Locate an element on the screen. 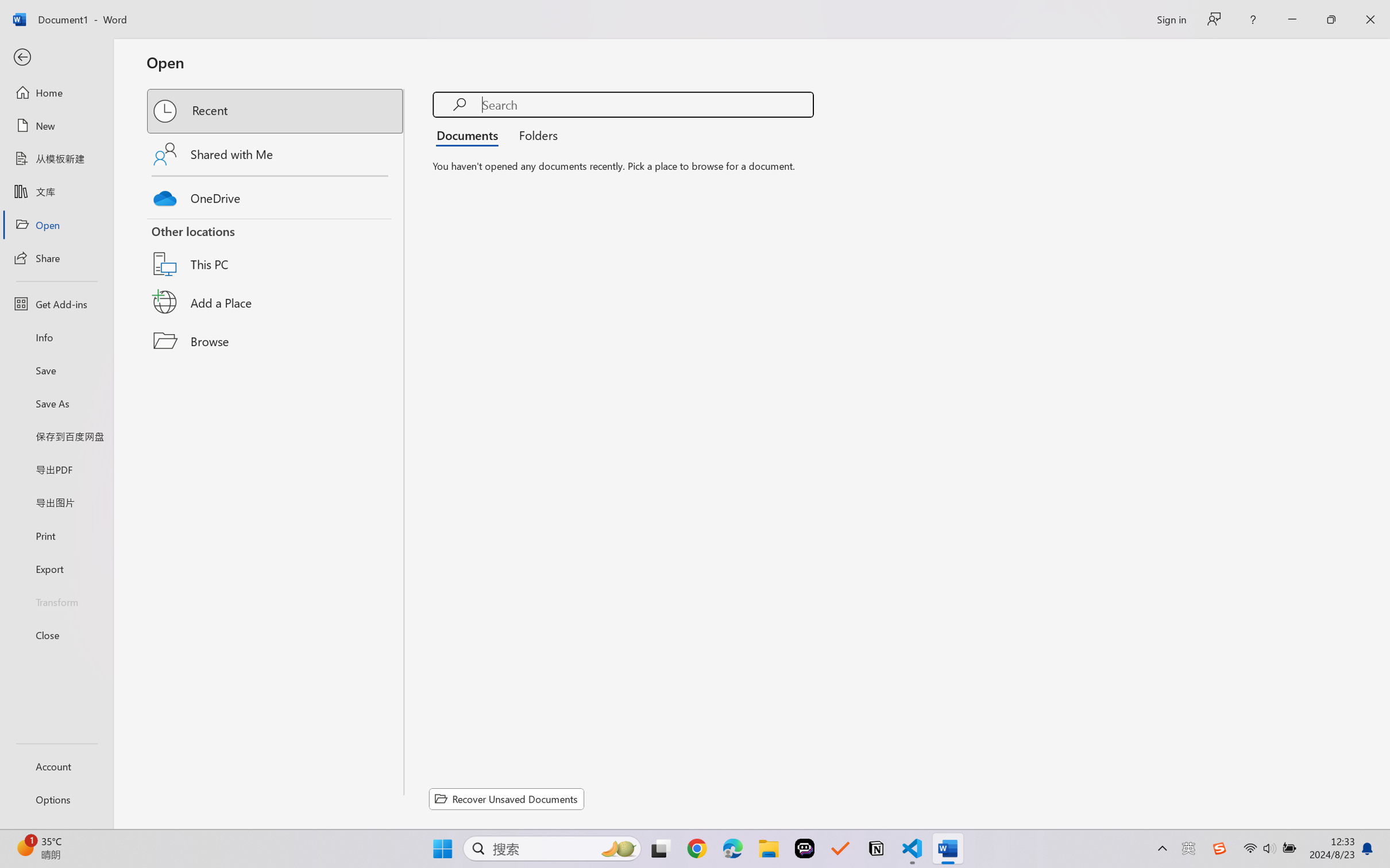 This screenshot has width=1390, height=868. 'Transform' is located at coordinates (56, 600).